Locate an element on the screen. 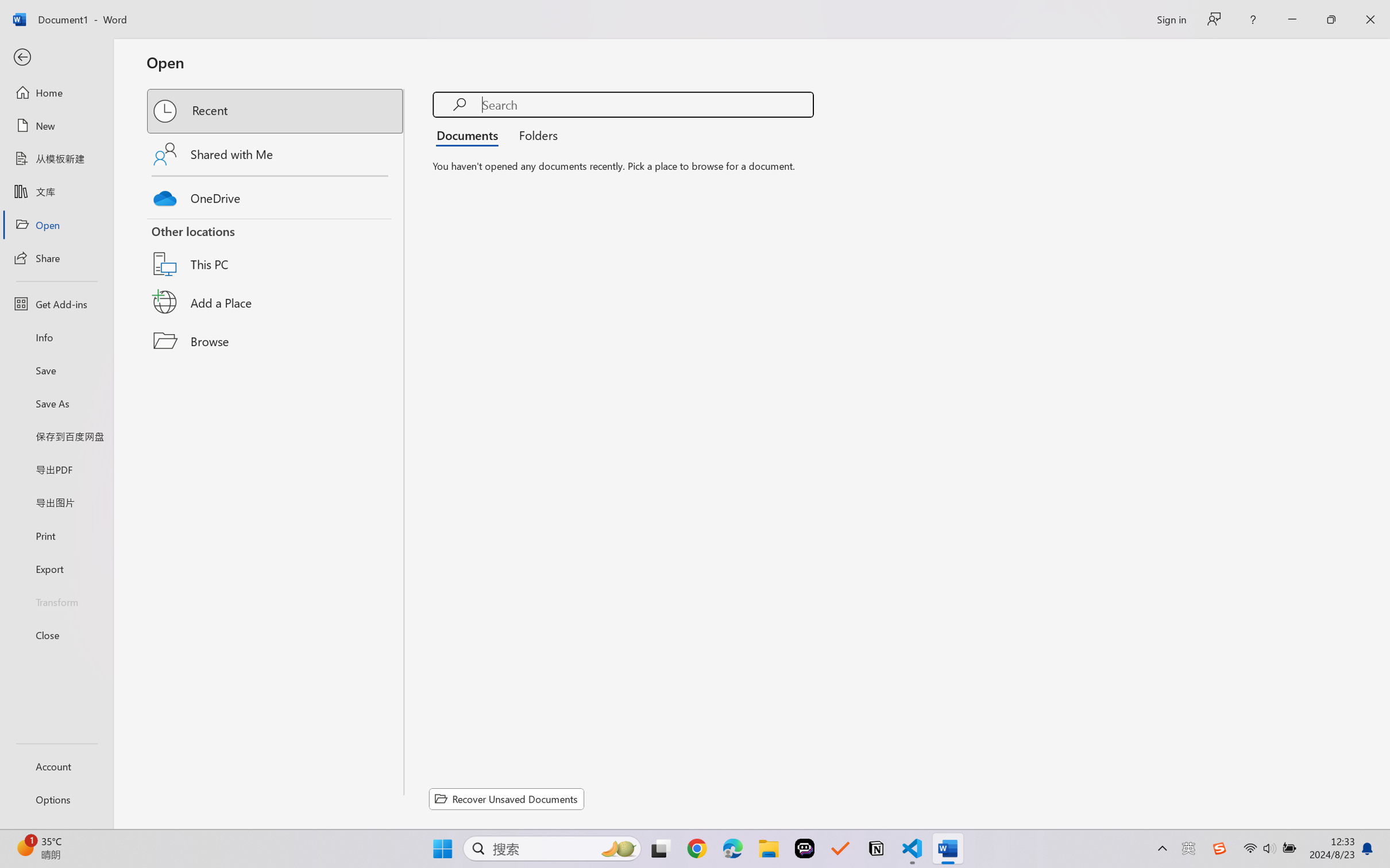 This screenshot has width=1390, height=868. 'Transform' is located at coordinates (56, 600).